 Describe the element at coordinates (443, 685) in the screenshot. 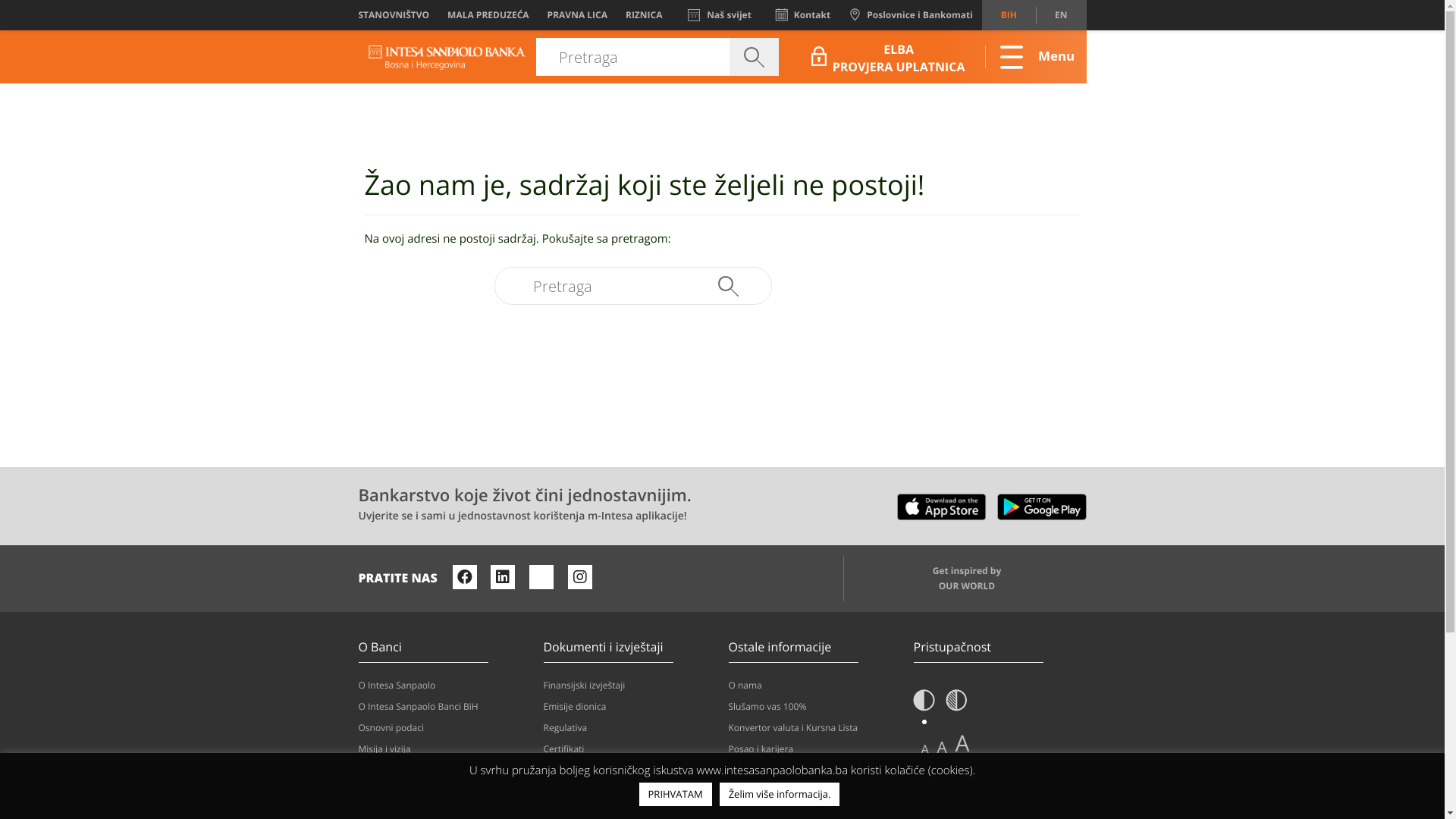

I see `'O Intesa Sanpaolo'` at that location.